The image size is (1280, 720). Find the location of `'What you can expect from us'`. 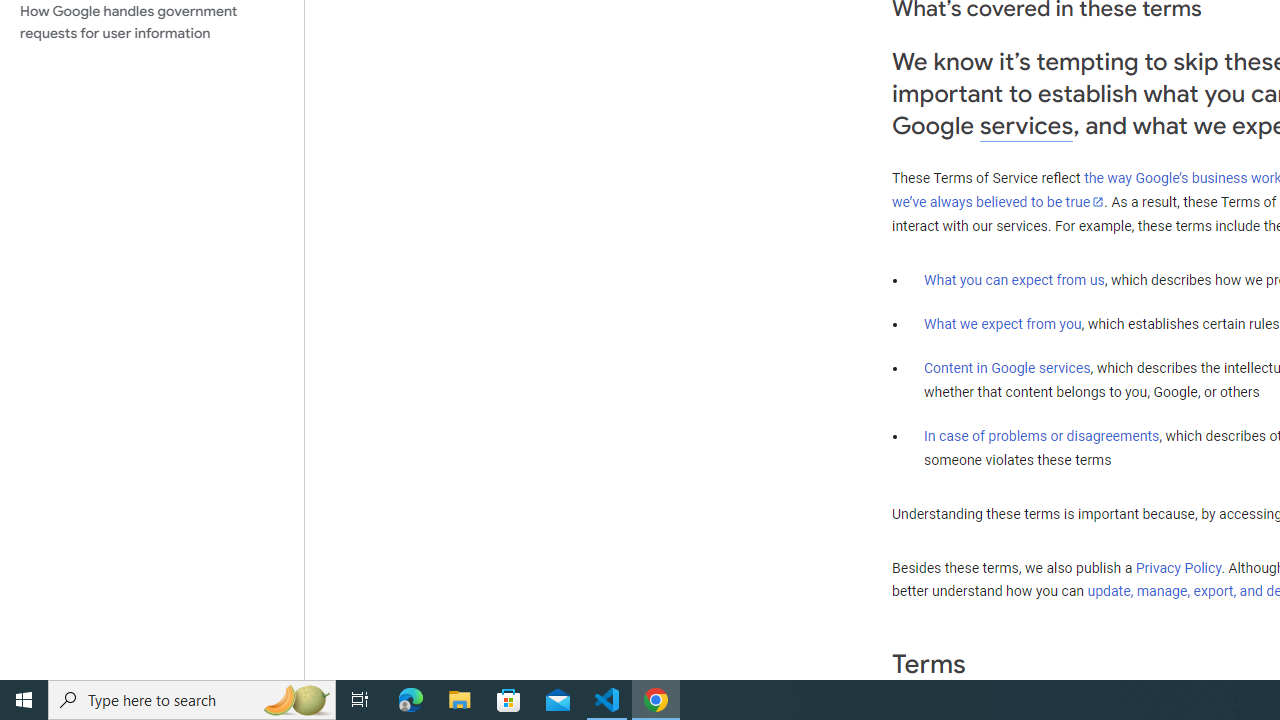

'What you can expect from us' is located at coordinates (1014, 279).